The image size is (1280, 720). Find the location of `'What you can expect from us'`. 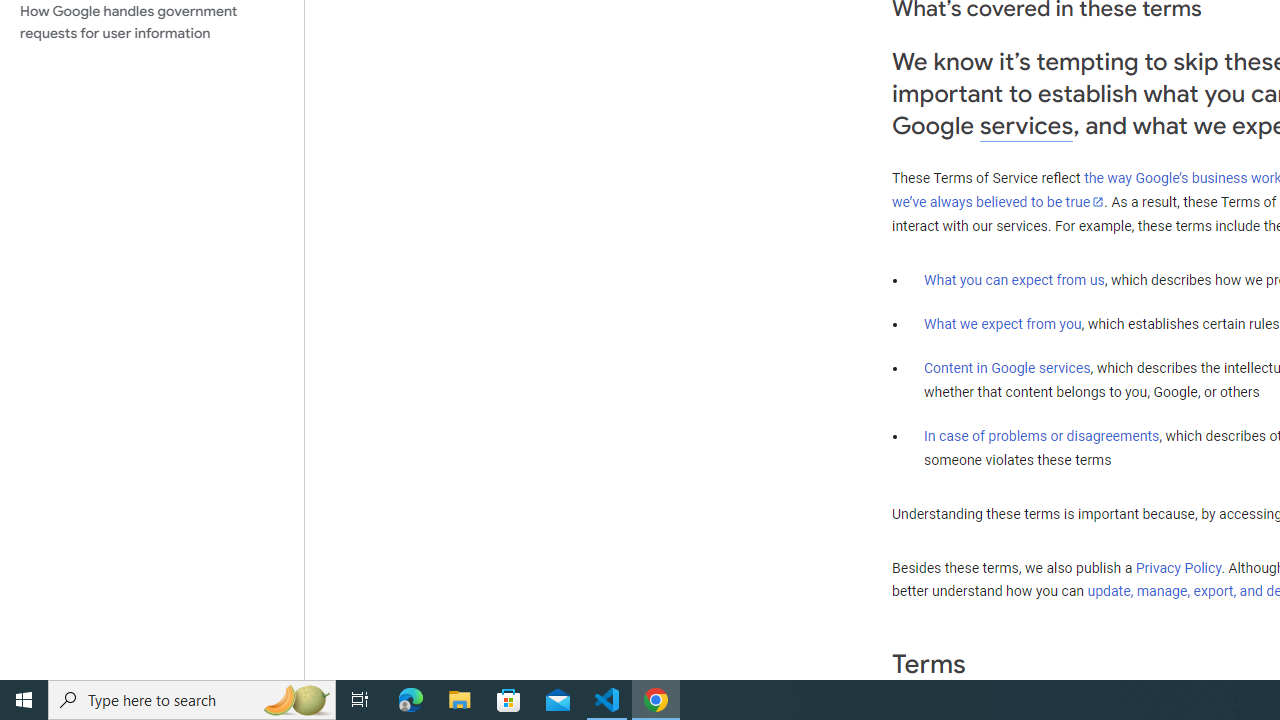

'What you can expect from us' is located at coordinates (1014, 279).